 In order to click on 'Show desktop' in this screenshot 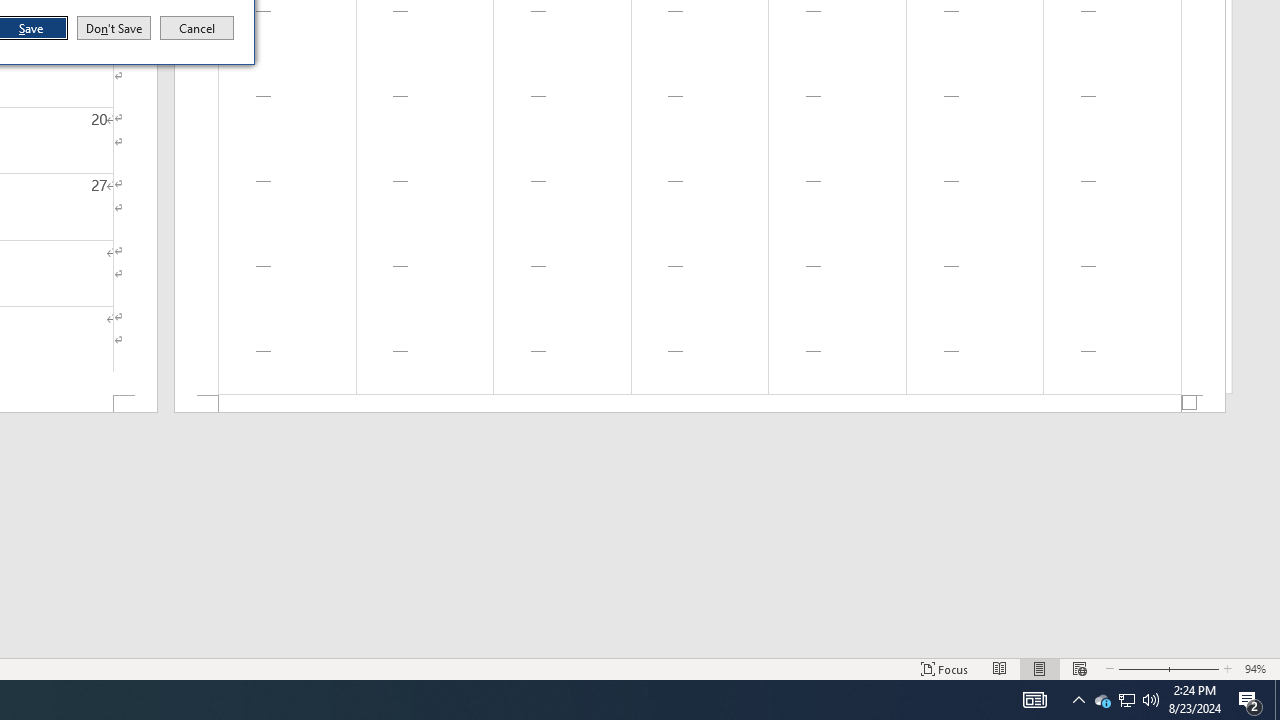, I will do `click(1276, 698)`.